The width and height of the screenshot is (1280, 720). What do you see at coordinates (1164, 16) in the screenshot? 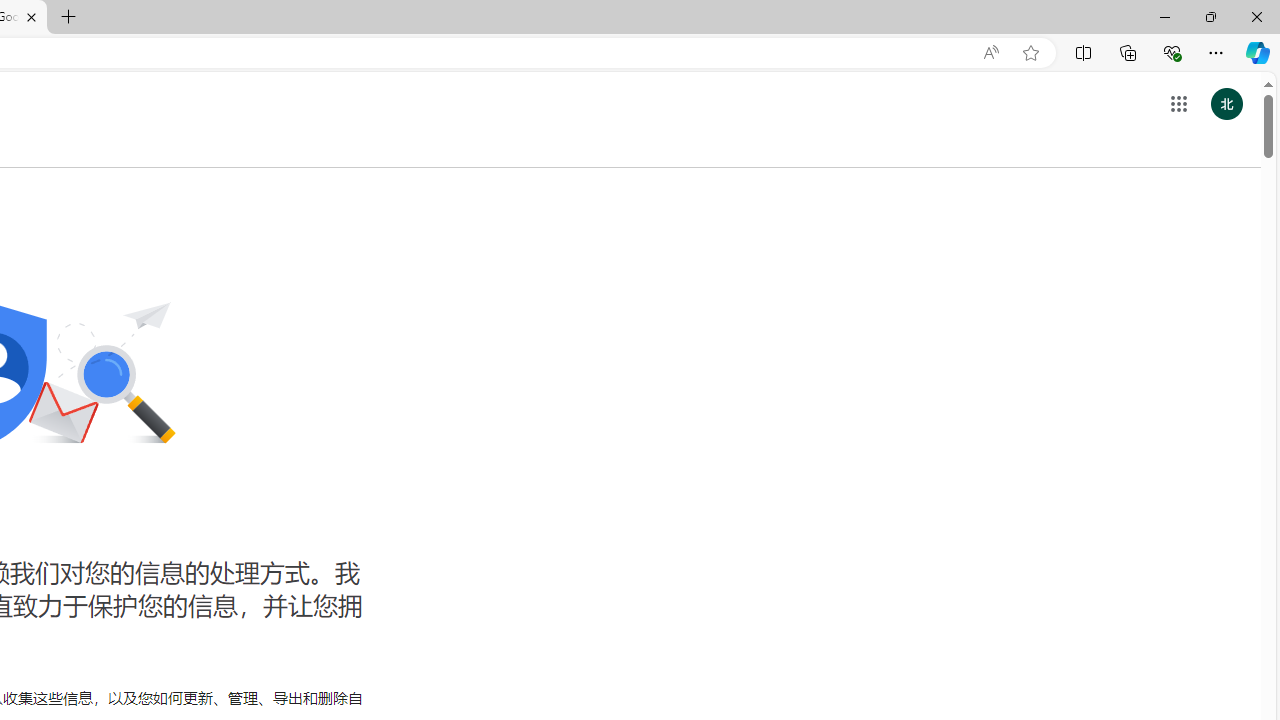
I see `'Minimize'` at bounding box center [1164, 16].